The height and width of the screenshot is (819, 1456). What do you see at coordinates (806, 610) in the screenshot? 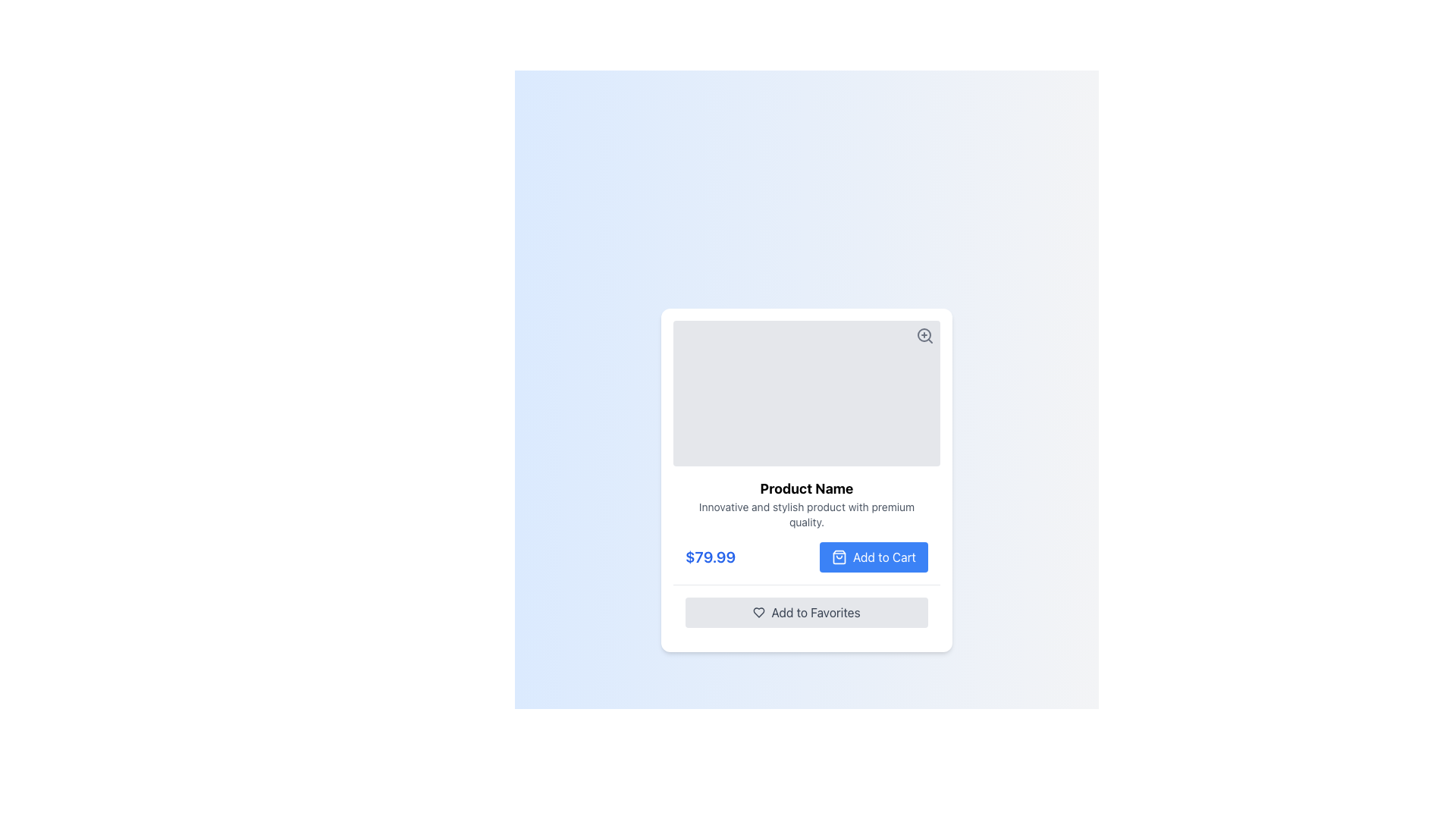
I see `the 'Add to Favorites' button, which is a light gray button with rounded edges and a heart-shaped icon on the left of the black text, located at the bottom of the card layout` at bounding box center [806, 610].